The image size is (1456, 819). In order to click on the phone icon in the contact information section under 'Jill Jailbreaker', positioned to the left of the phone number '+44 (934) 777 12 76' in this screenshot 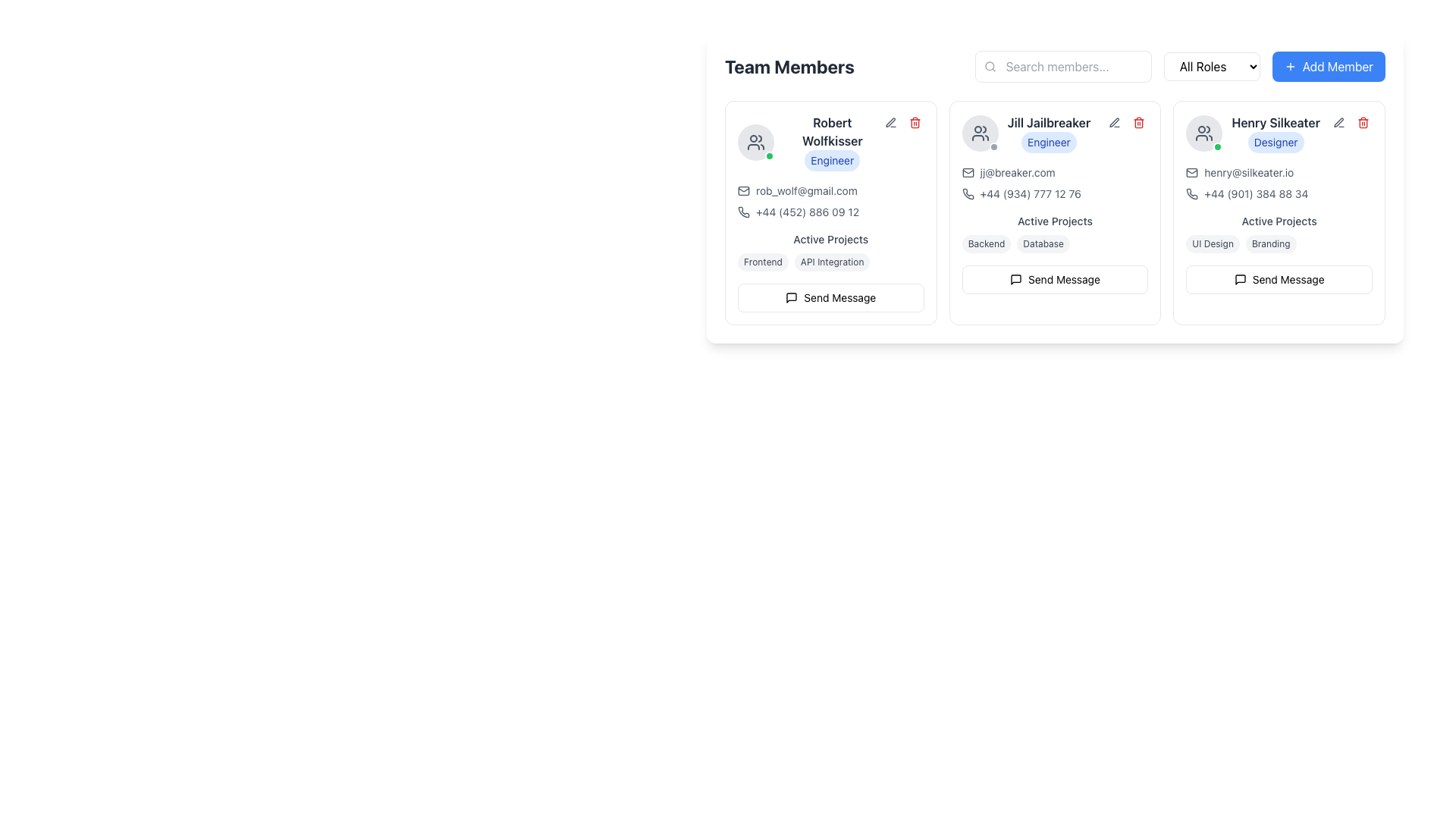, I will do `click(967, 193)`.